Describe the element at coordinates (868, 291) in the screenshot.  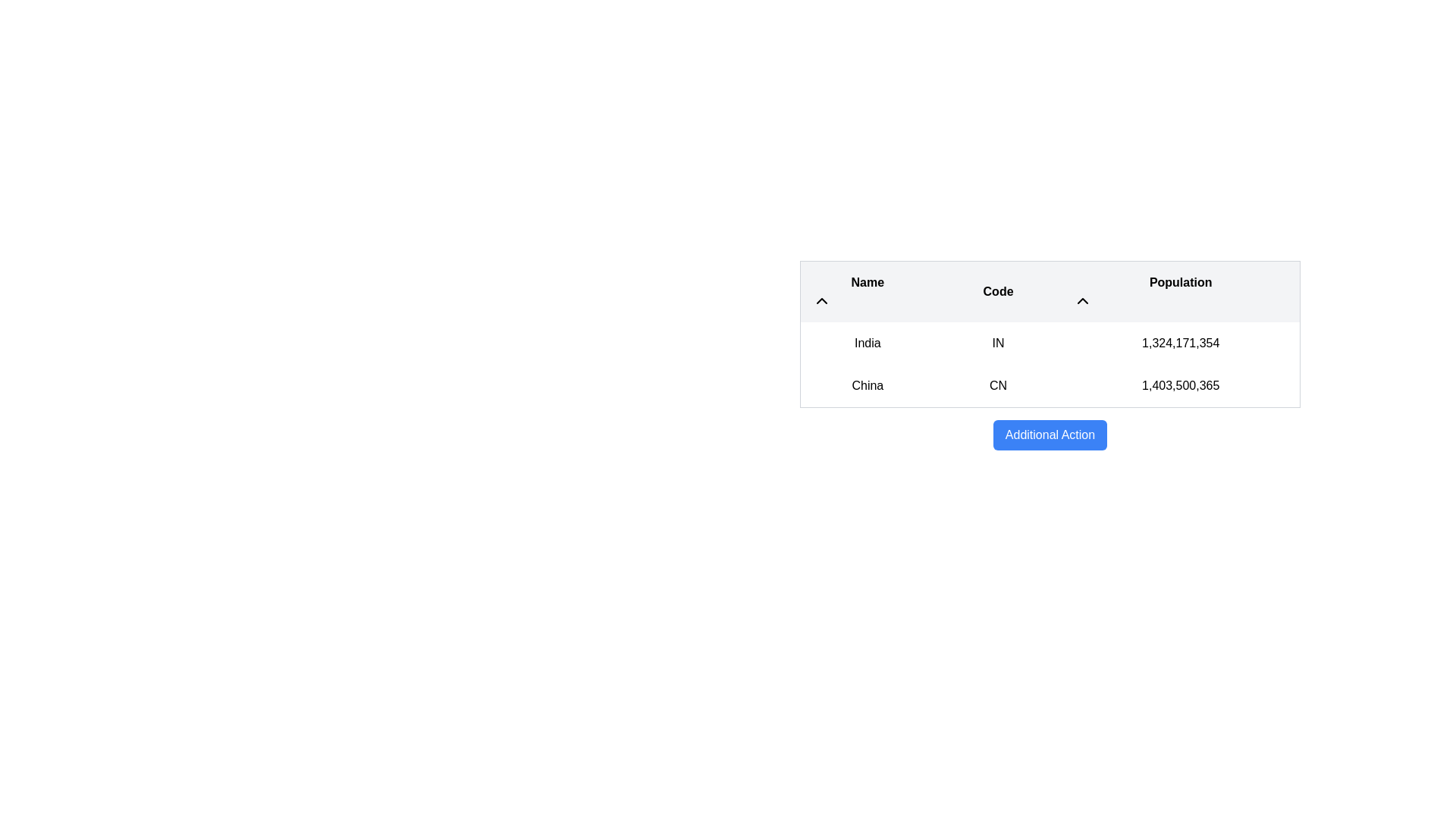
I see `the 'Name' column header in the table to sort the column` at that location.